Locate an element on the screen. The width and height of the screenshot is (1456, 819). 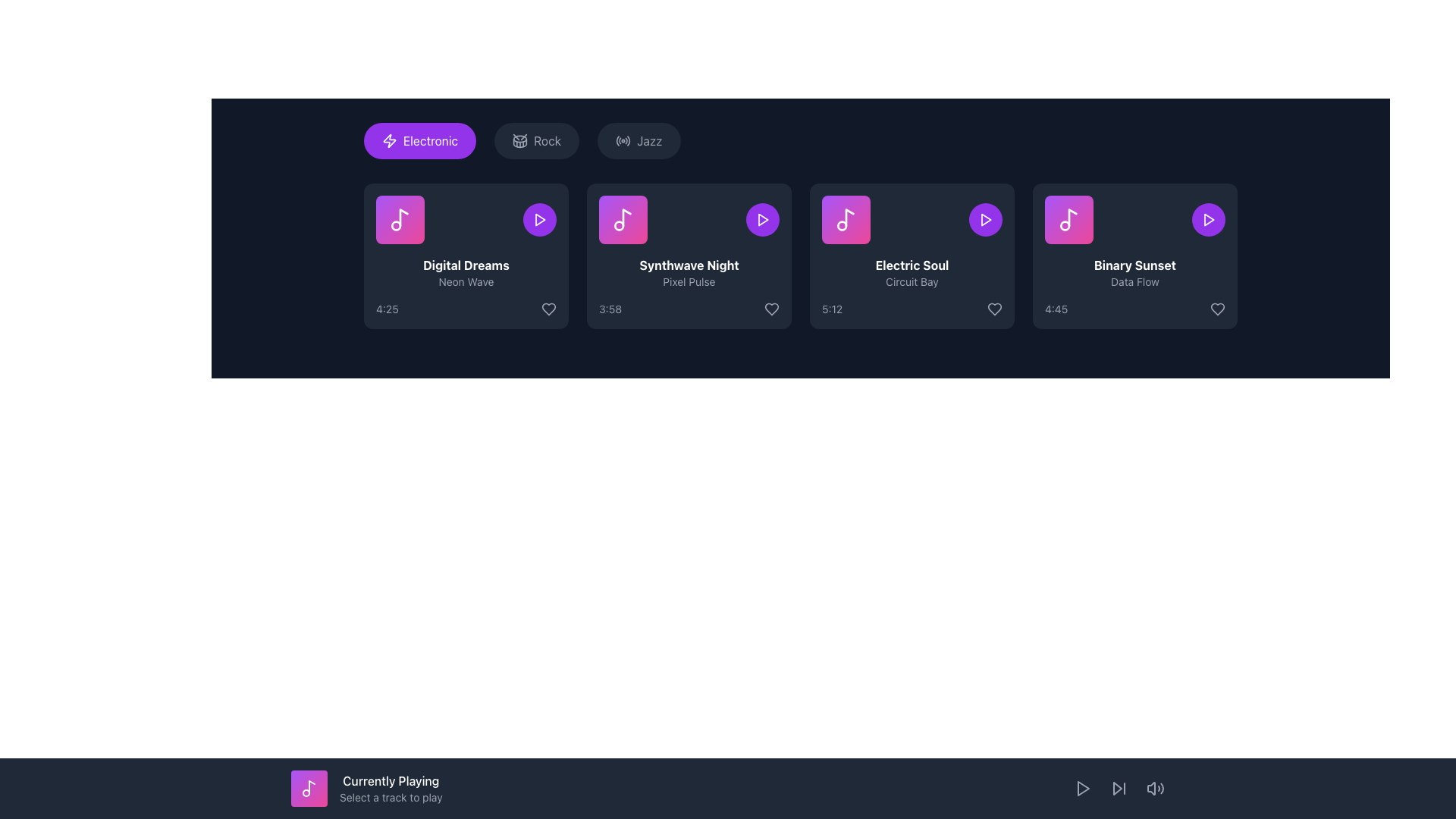
the 'Rock' category button, which is a rounded rectangular button with a dark-gray background and the text 'Rock' in light-gray color, positioned between the 'Electronic' and 'Jazz' buttons is located at coordinates (547, 140).